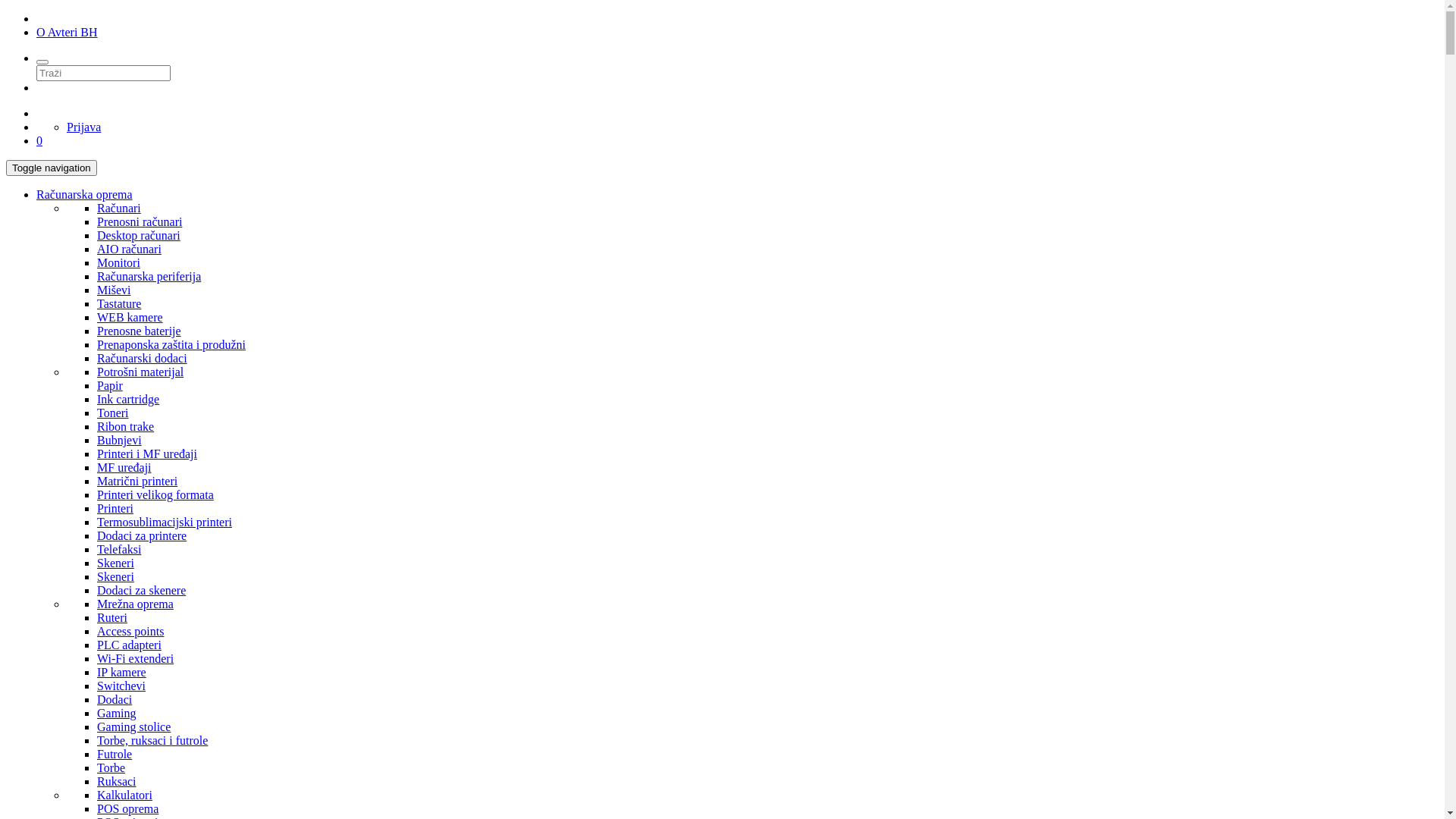 This screenshot has width=1456, height=819. I want to click on 'IP kamere', so click(121, 671).